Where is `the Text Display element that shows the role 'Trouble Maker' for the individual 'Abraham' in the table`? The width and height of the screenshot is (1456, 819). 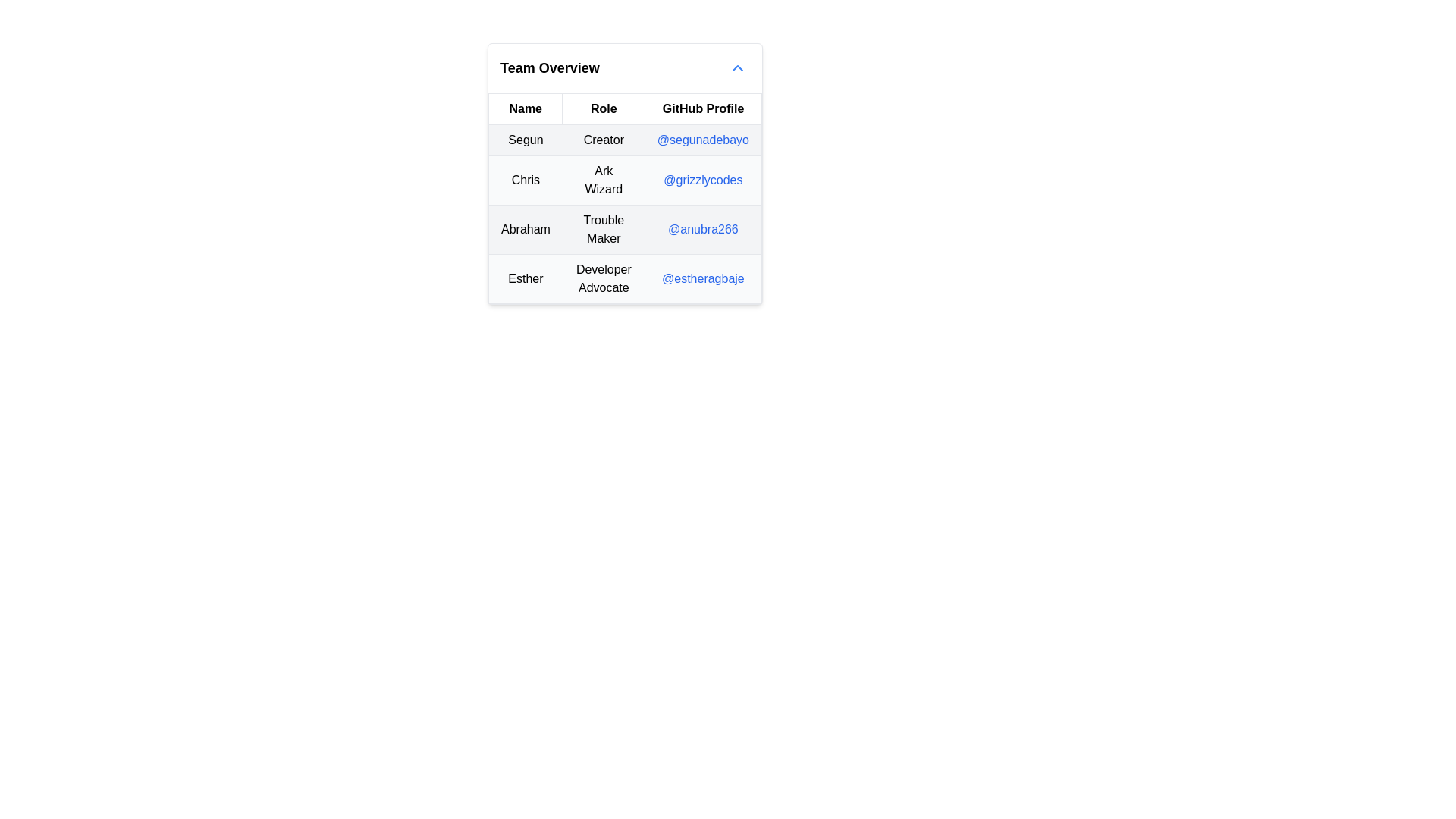 the Text Display element that shows the role 'Trouble Maker' for the individual 'Abraham' in the table is located at coordinates (603, 230).